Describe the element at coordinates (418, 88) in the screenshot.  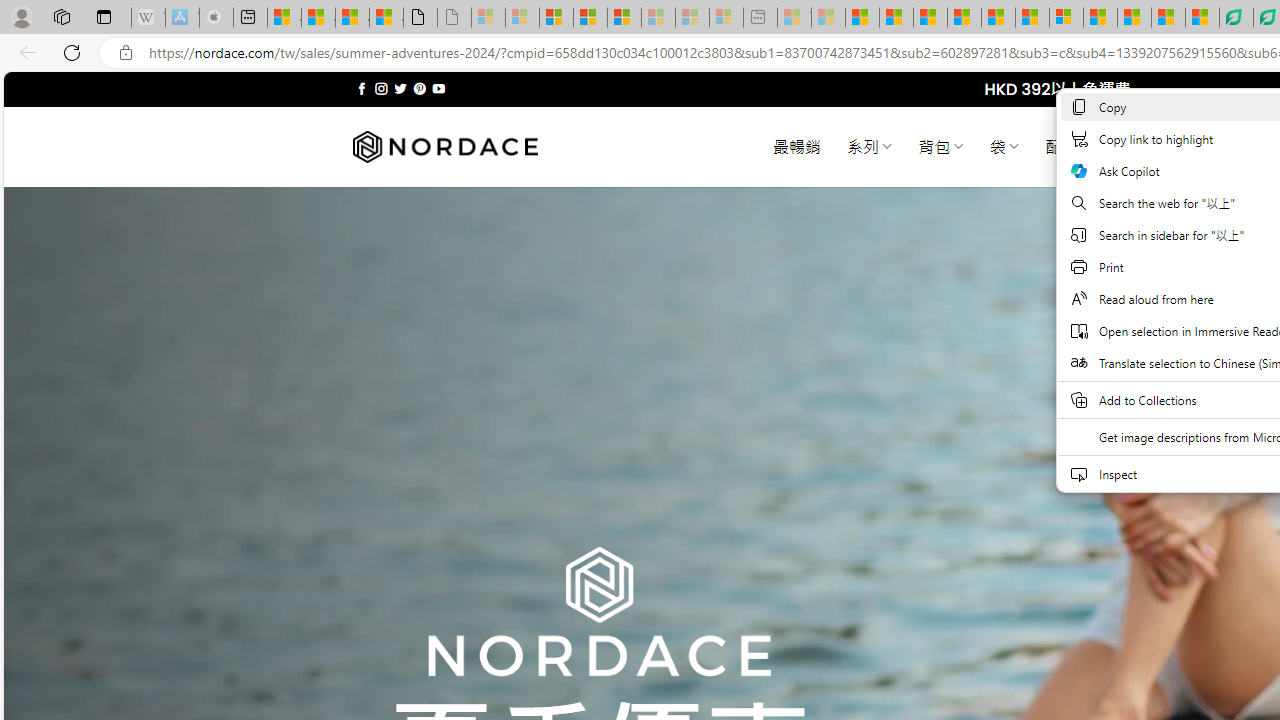
I see `'Follow on Pinterest'` at that location.